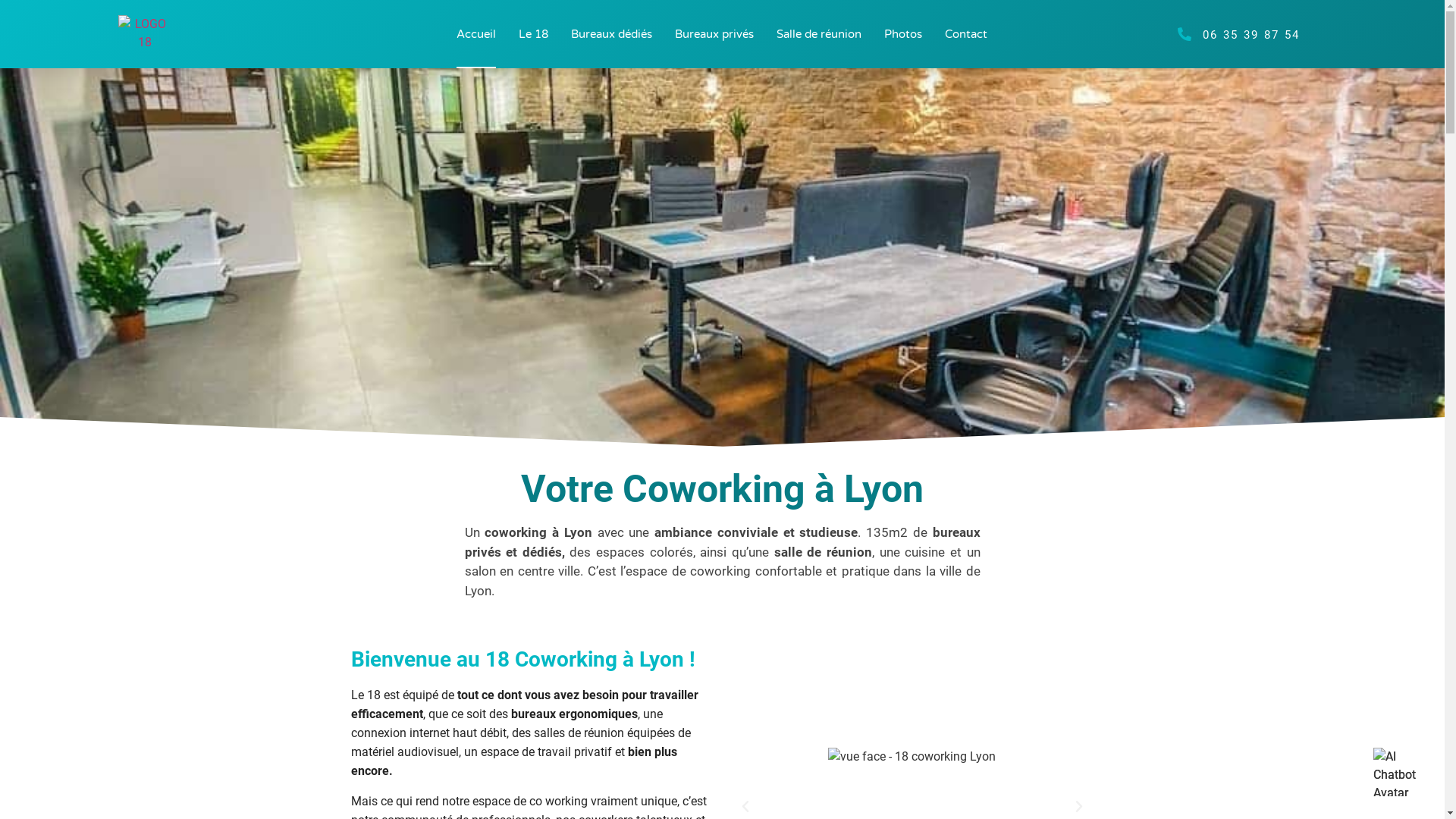  Describe the element at coordinates (884, 34) in the screenshot. I see `'Photos'` at that location.